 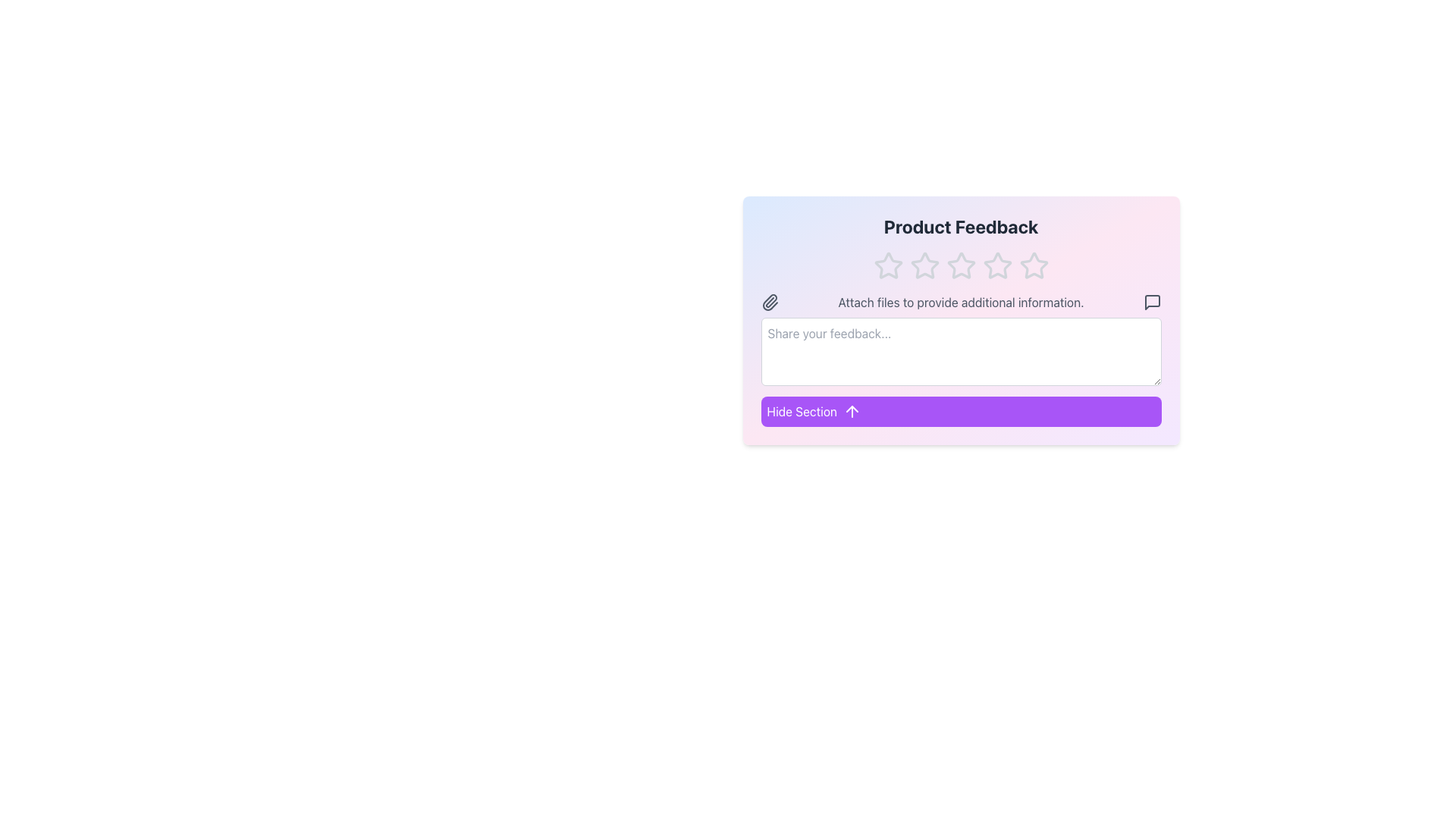 I want to click on the fifth star button in the five-point rating system to provide a five-star rating, so click(x=1033, y=265).